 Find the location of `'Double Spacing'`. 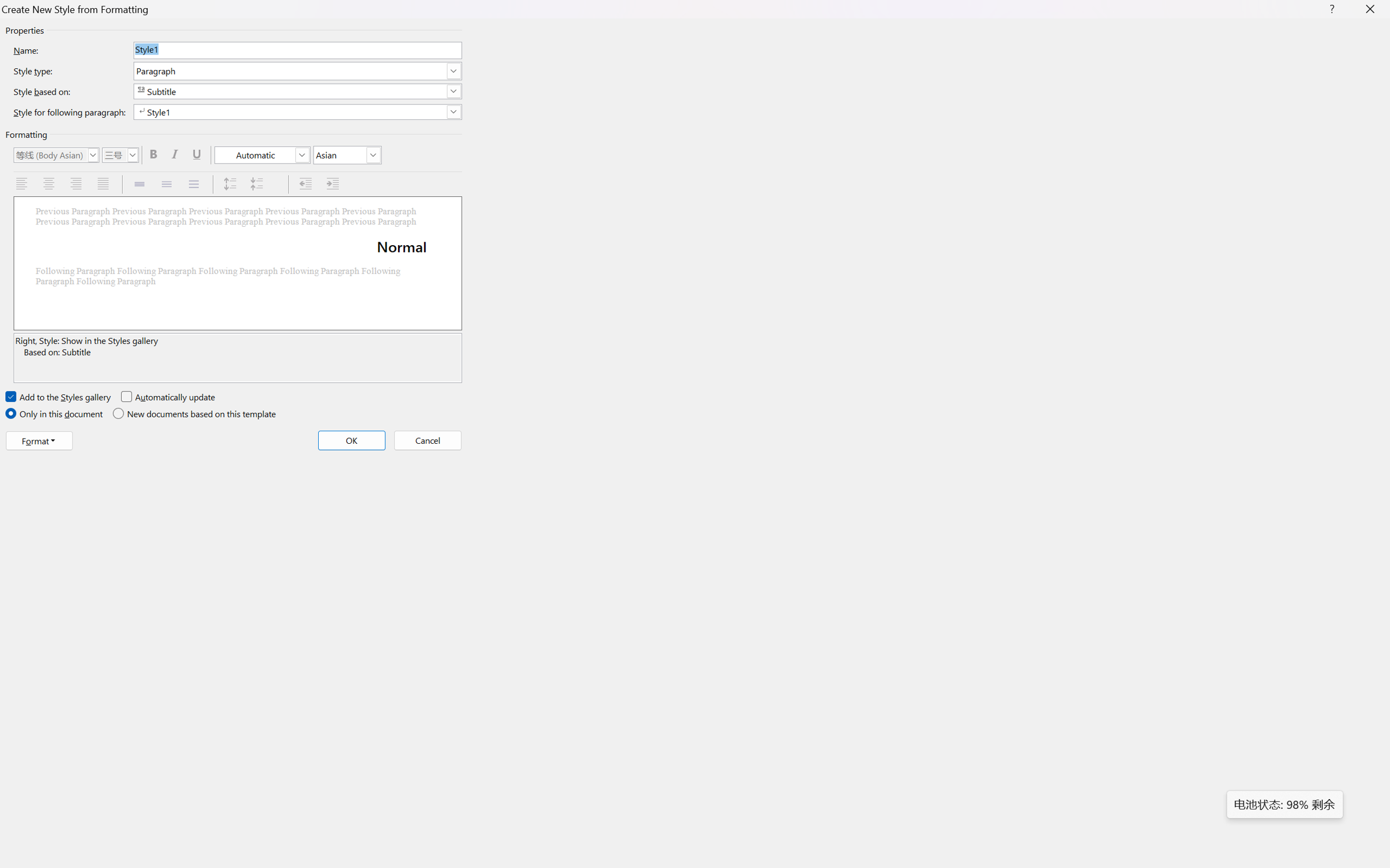

'Double Spacing' is located at coordinates (195, 184).